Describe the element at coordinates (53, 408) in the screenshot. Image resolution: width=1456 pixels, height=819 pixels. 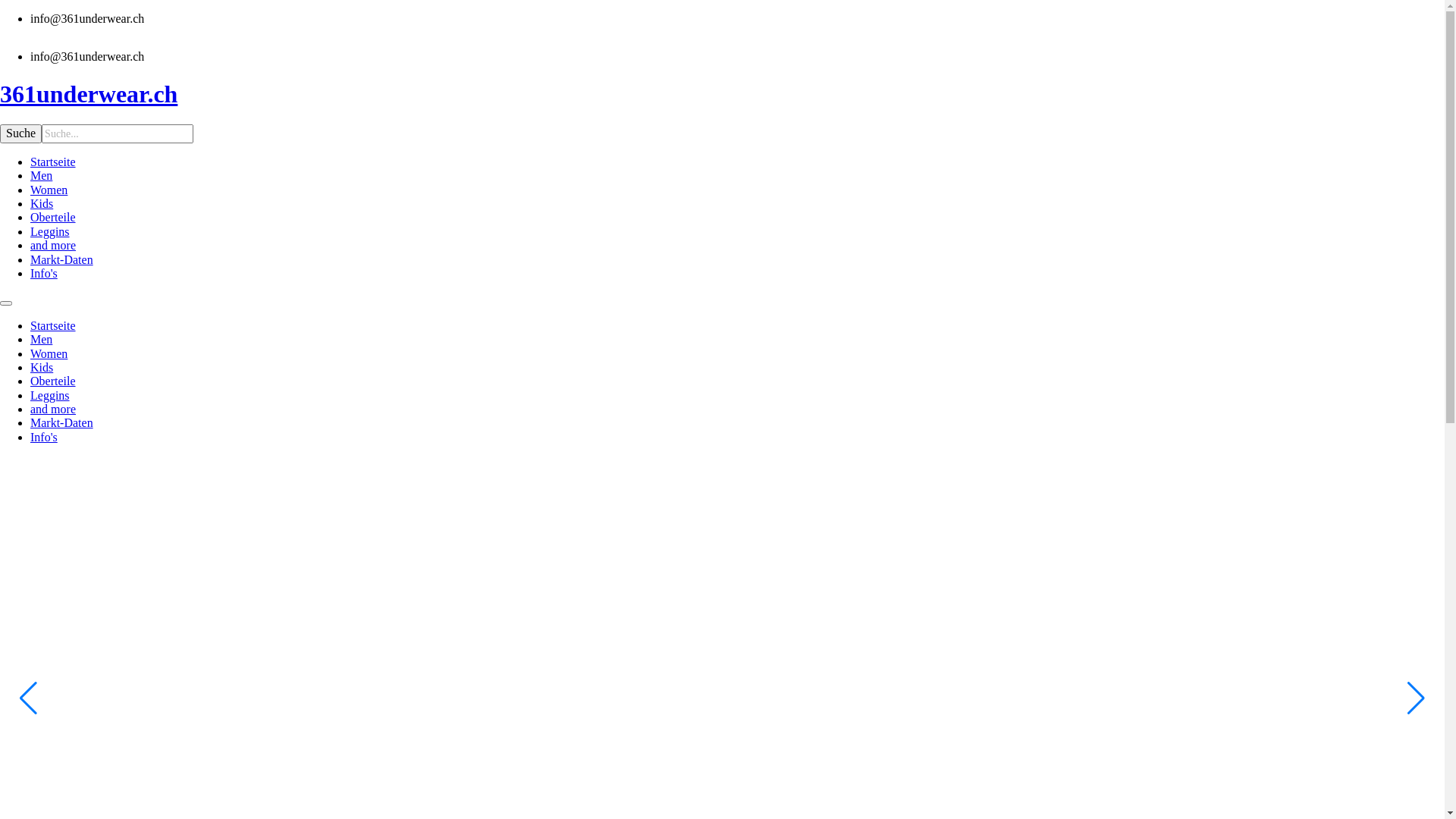
I see `'and more'` at that location.